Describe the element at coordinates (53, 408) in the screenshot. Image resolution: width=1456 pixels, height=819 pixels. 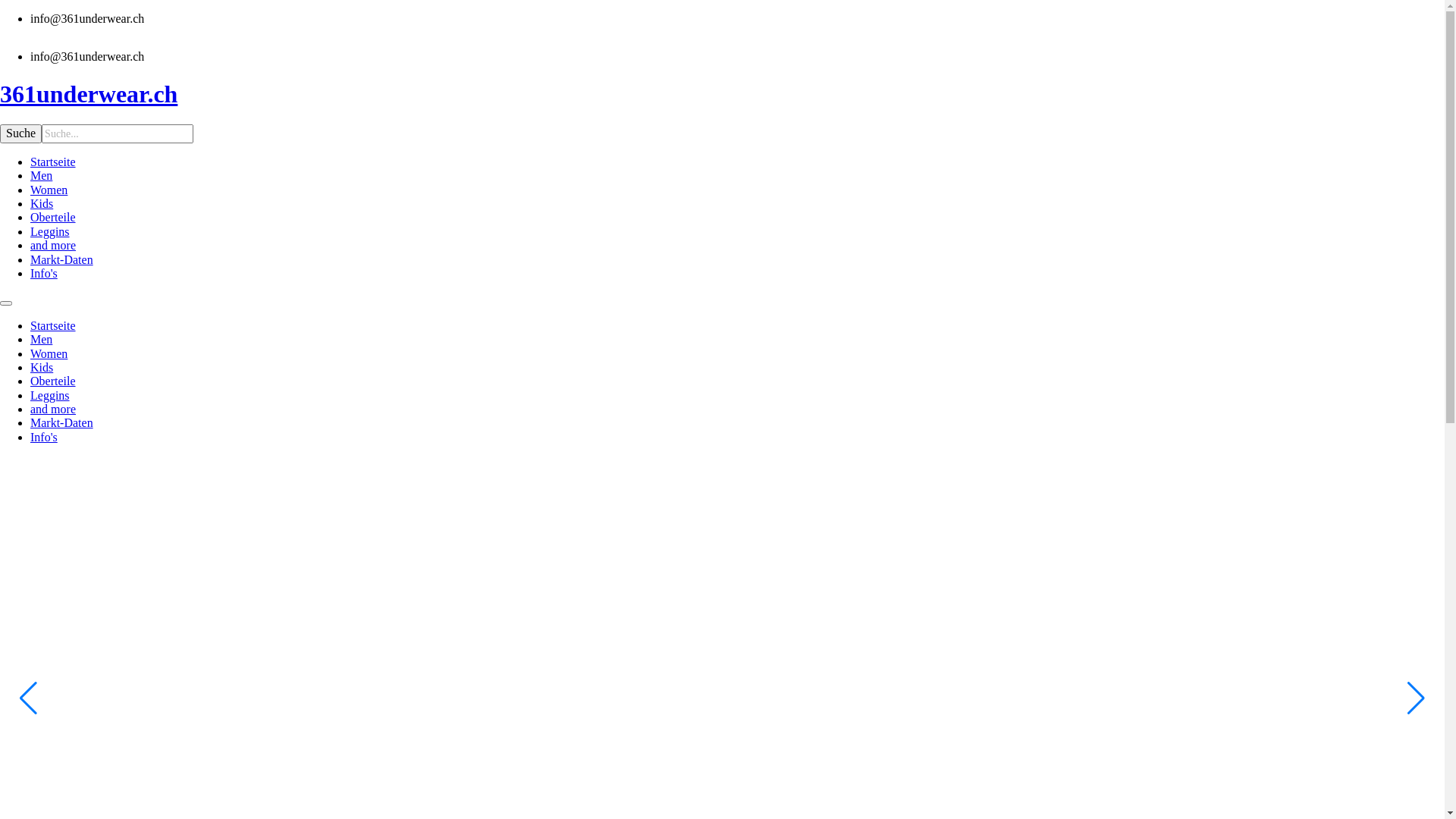
I see `'and more'` at that location.